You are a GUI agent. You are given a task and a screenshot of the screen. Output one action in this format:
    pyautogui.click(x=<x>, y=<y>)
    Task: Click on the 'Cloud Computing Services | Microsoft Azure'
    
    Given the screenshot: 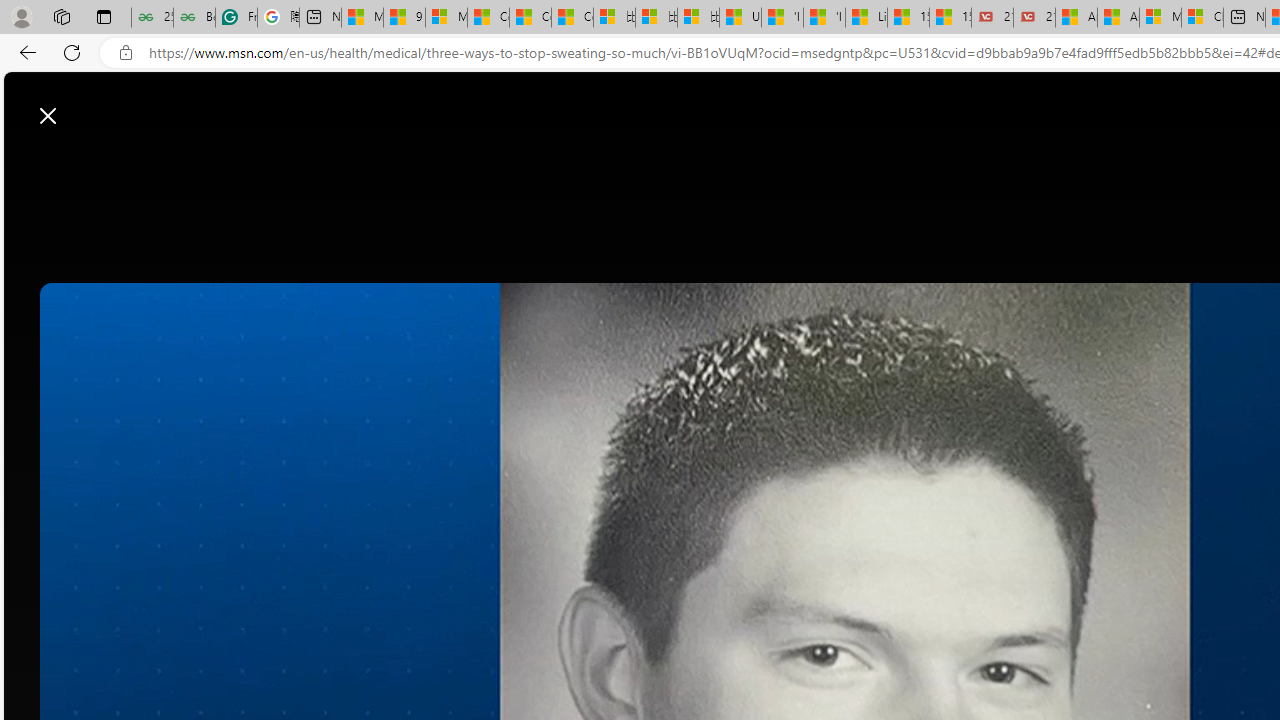 What is the action you would take?
    pyautogui.click(x=1200, y=17)
    